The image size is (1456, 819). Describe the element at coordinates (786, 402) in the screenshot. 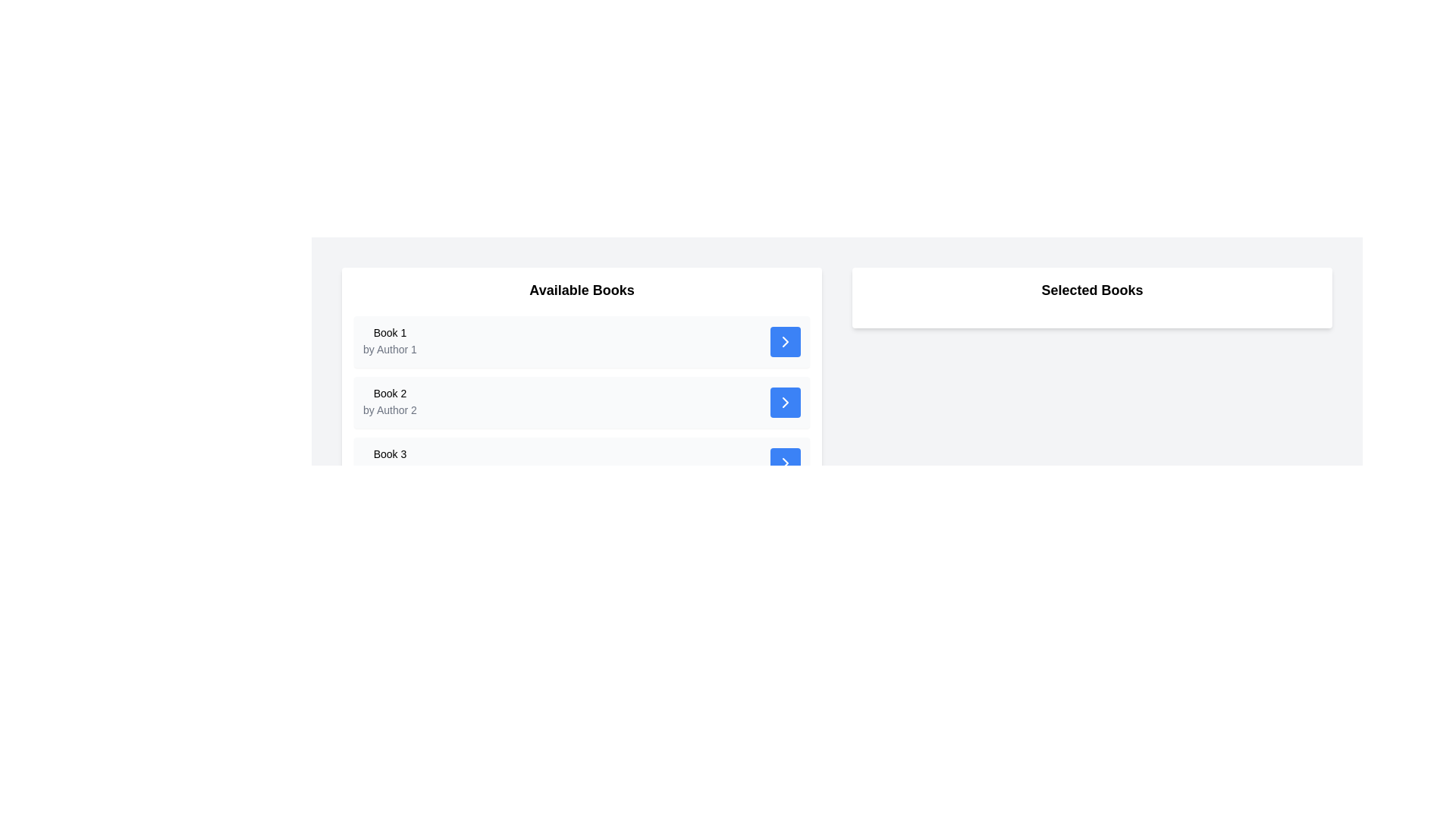

I see `the icon within the blue square button in the third row of the 'Available Books' section` at that location.